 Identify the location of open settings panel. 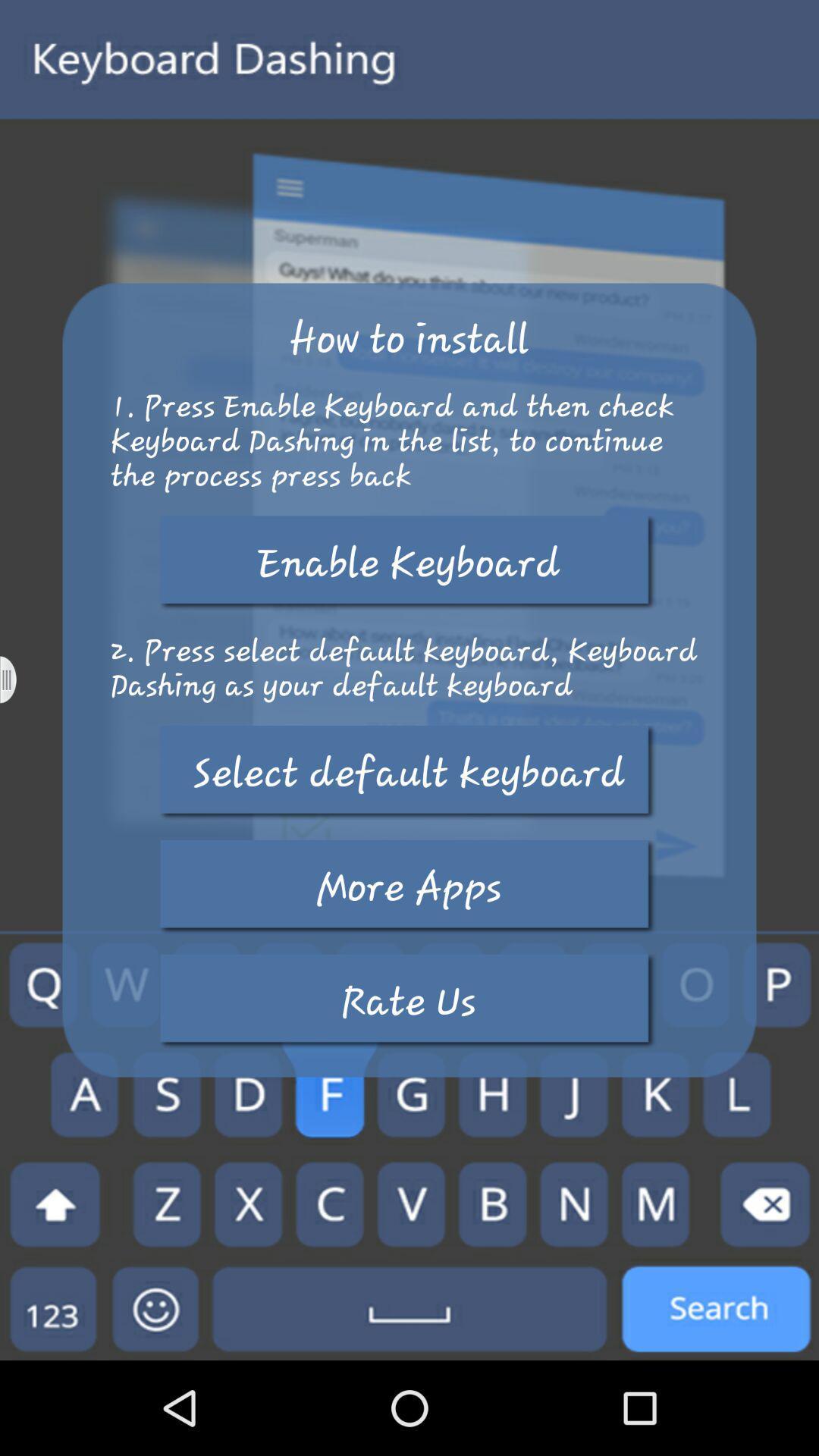
(17, 679).